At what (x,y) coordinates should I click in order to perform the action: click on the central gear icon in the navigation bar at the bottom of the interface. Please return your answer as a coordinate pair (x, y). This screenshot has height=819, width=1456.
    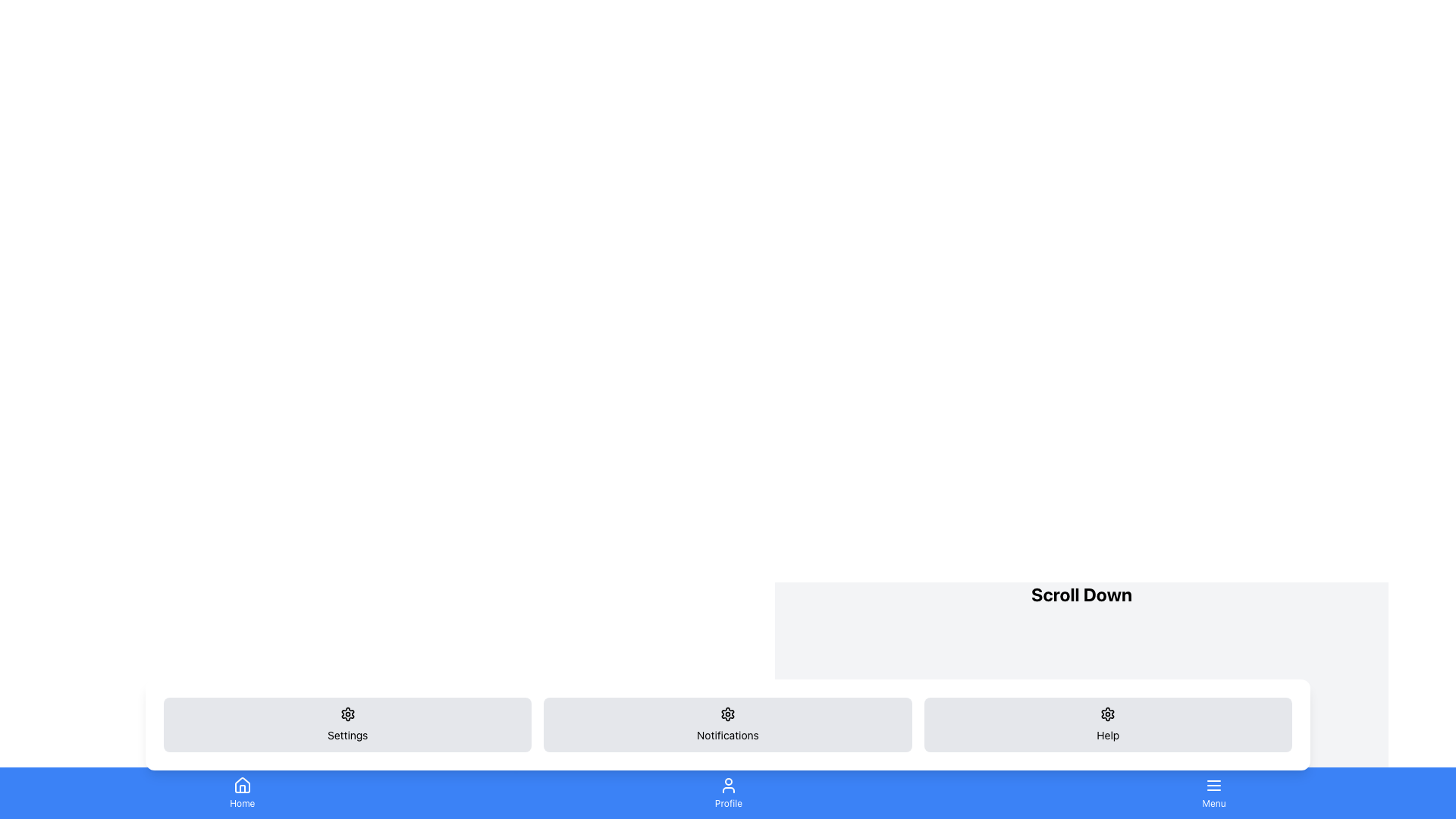
    Looking at the image, I should click on (728, 714).